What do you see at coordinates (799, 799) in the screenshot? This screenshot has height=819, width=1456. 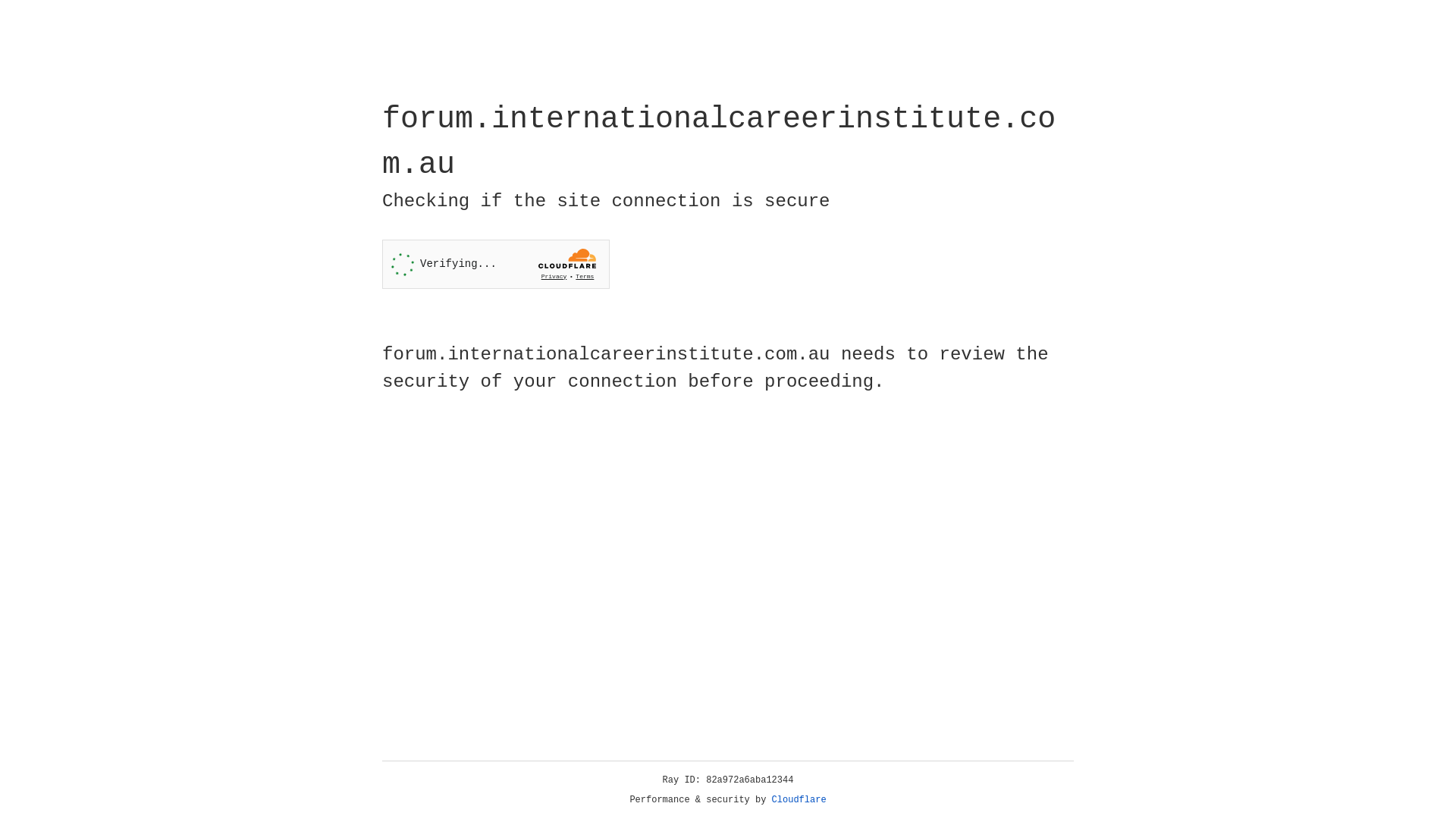 I see `'Cloudflare'` at bounding box center [799, 799].